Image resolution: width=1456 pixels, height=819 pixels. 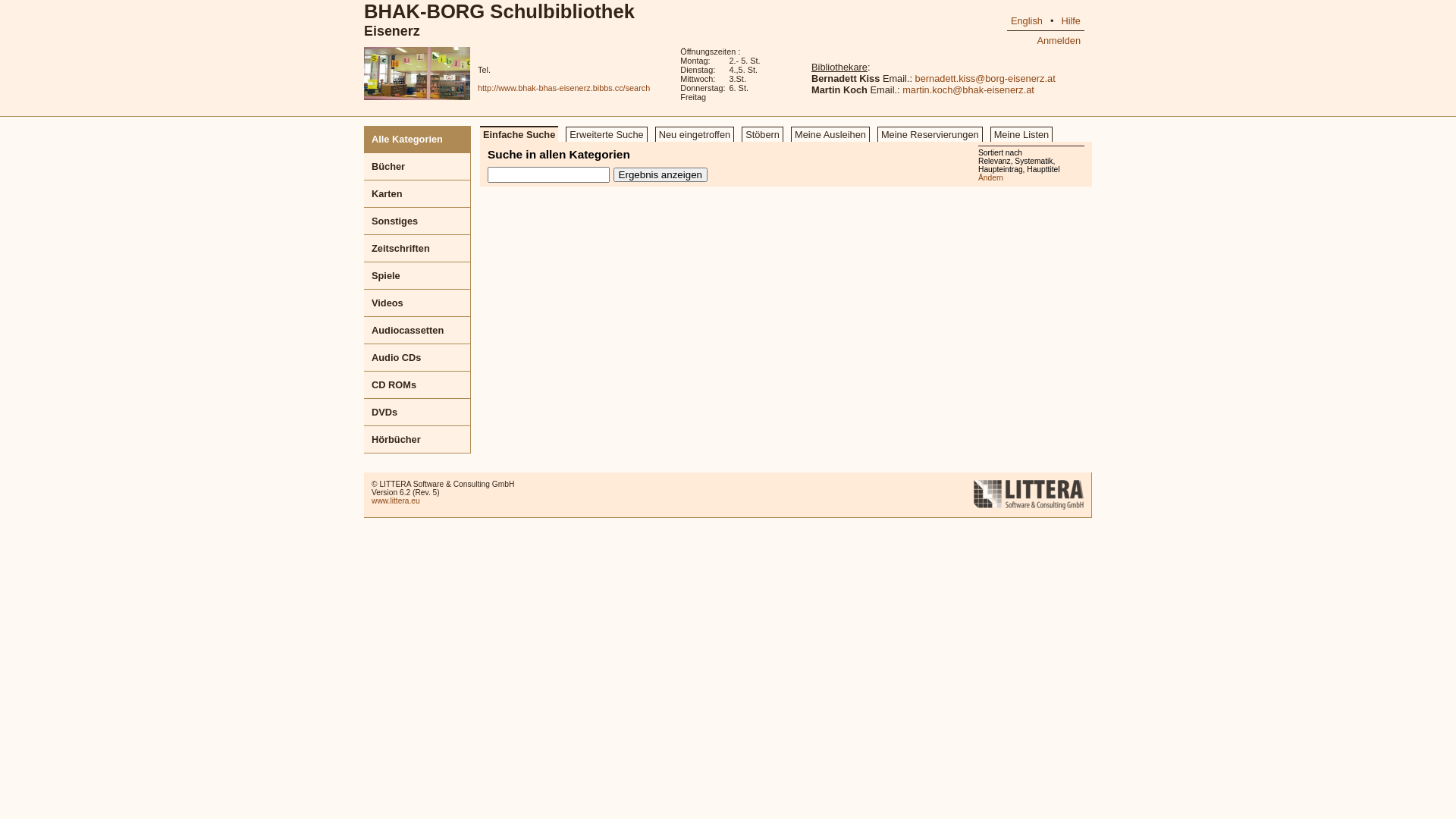 What do you see at coordinates (902, 89) in the screenshot?
I see `'martin.koch@bhak-eisenerz.at'` at bounding box center [902, 89].